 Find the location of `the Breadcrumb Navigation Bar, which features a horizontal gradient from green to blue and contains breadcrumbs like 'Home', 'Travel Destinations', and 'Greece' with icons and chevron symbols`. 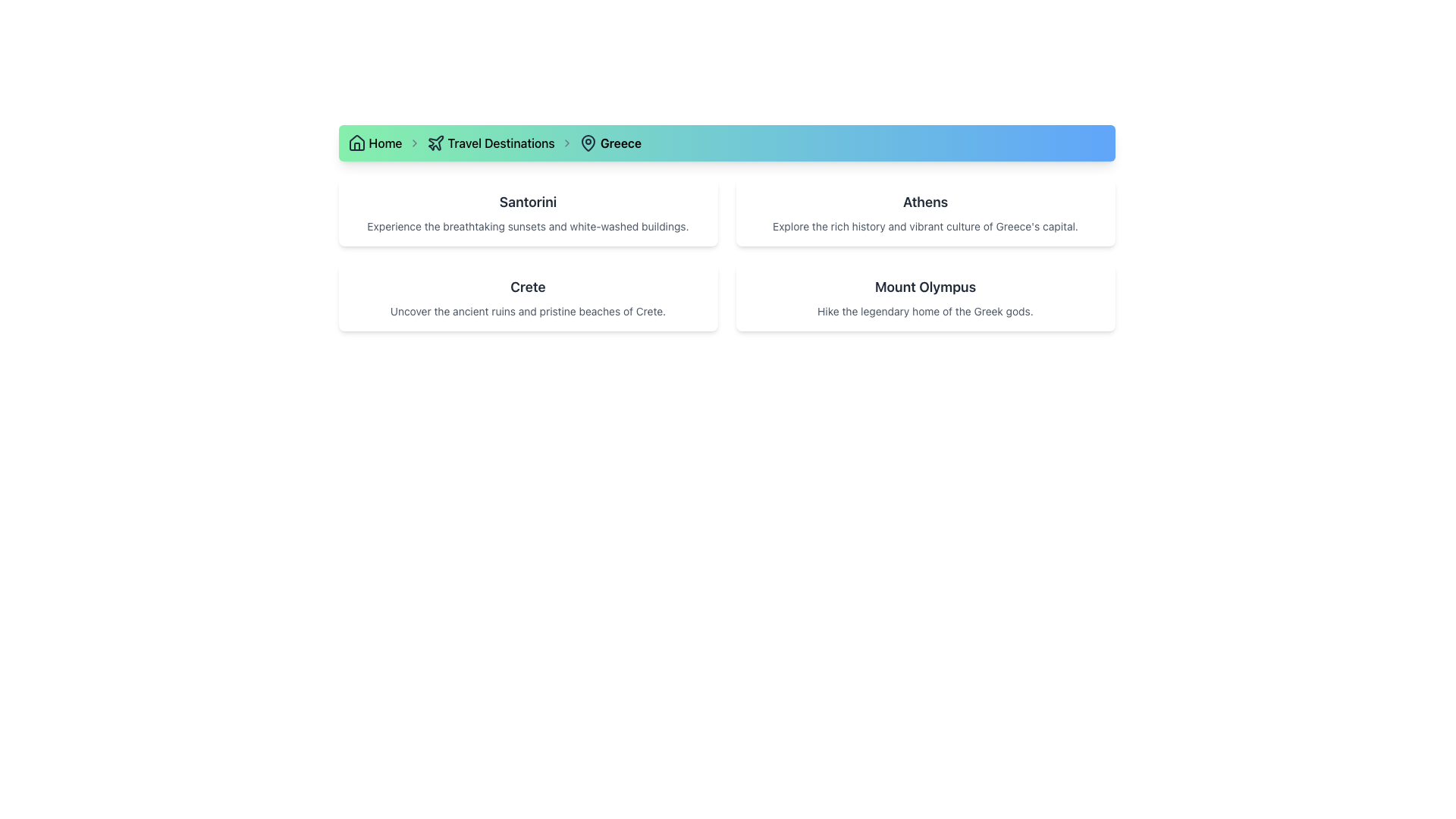

the Breadcrumb Navigation Bar, which features a horizontal gradient from green to blue and contains breadcrumbs like 'Home', 'Travel Destinations', and 'Greece' with icons and chevron symbols is located at coordinates (726, 143).